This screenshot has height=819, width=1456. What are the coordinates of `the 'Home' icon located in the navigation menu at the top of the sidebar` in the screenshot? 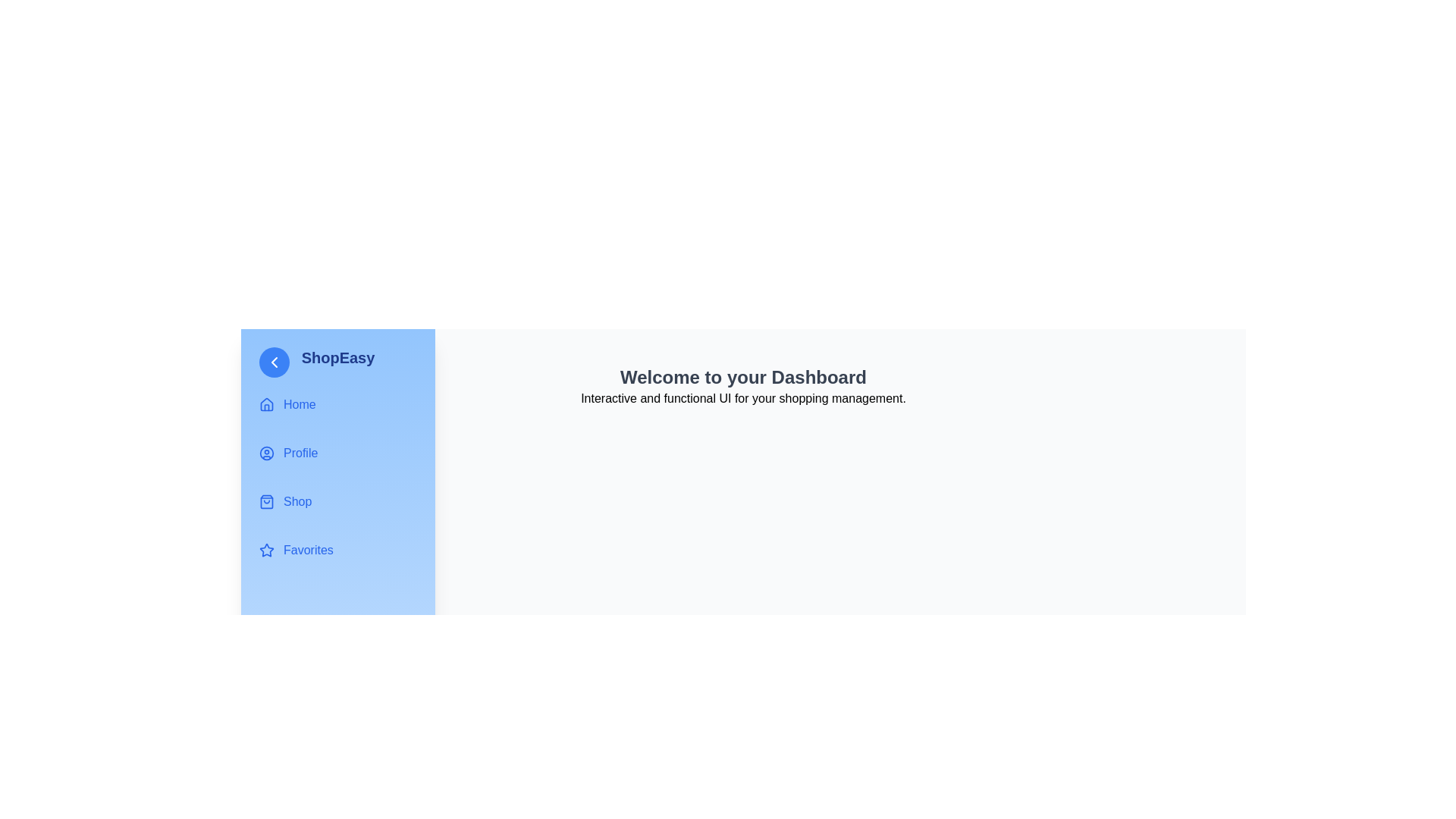 It's located at (266, 403).